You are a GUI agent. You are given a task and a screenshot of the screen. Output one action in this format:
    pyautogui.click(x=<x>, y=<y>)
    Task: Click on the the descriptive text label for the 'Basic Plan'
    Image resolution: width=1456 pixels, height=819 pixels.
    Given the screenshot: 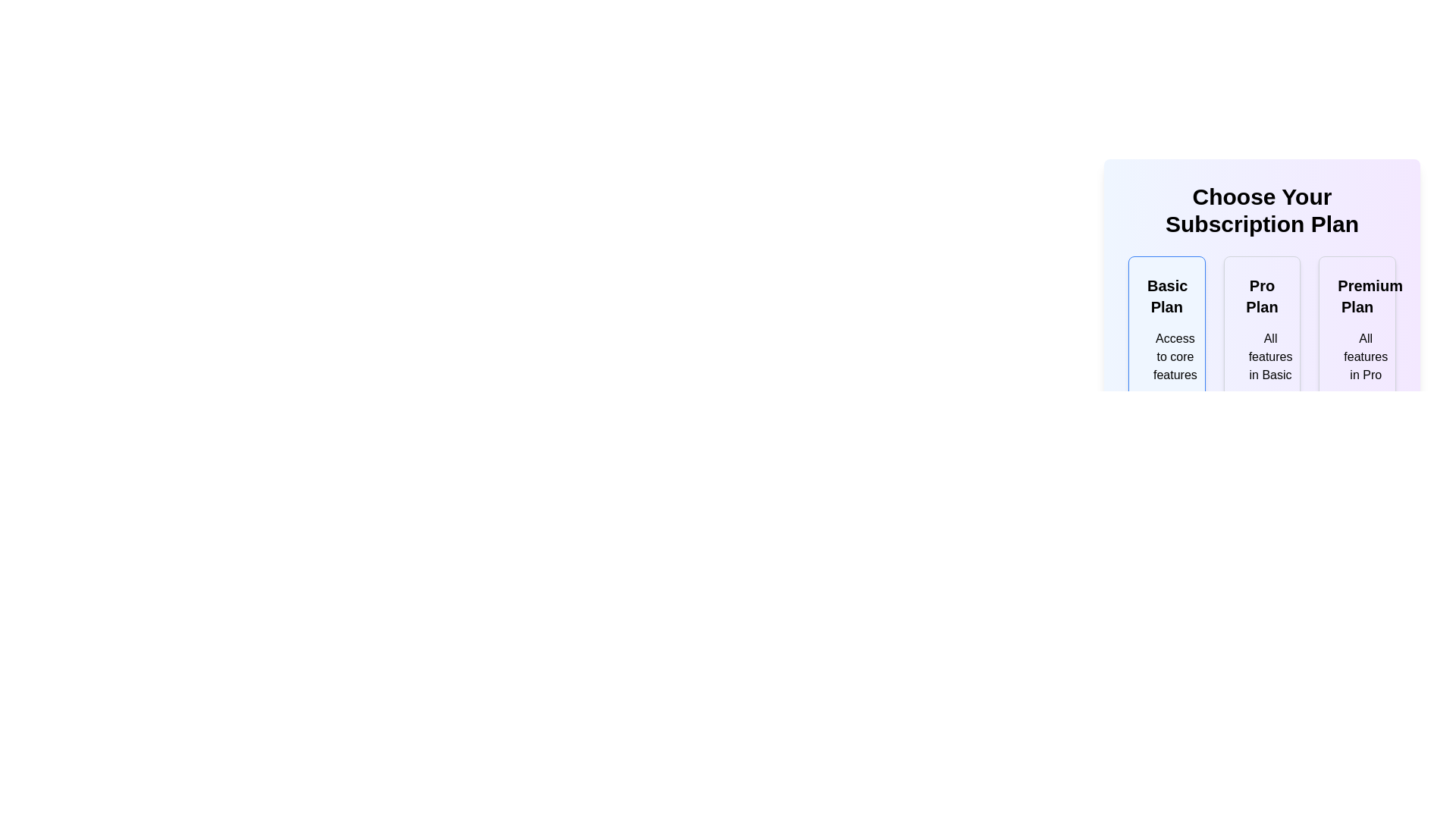 What is the action you would take?
    pyautogui.click(x=1174, y=356)
    